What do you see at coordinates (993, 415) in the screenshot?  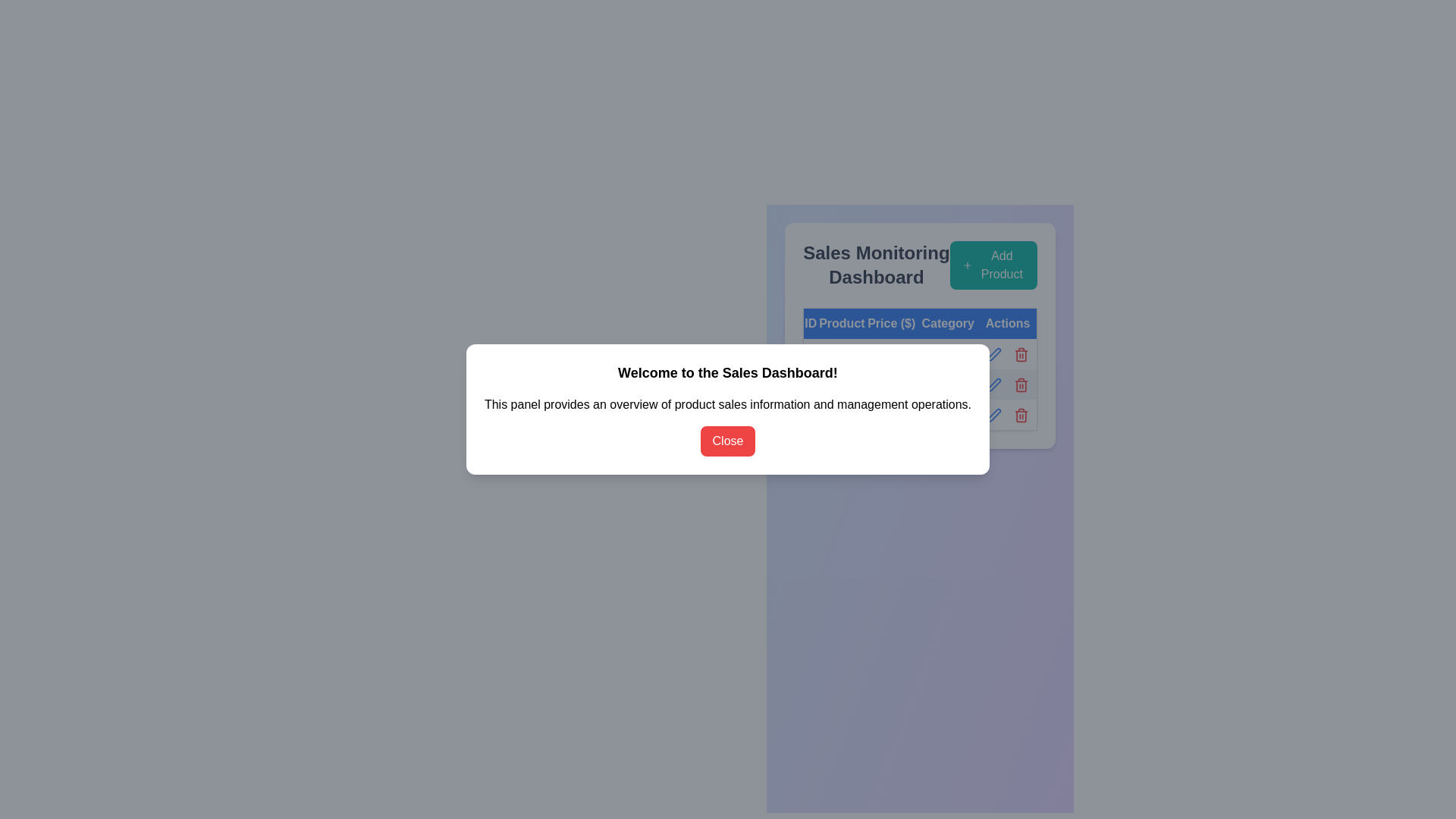 I see `the edit icon located in the action column of the tabular data interface under the dashboard heading` at bounding box center [993, 415].